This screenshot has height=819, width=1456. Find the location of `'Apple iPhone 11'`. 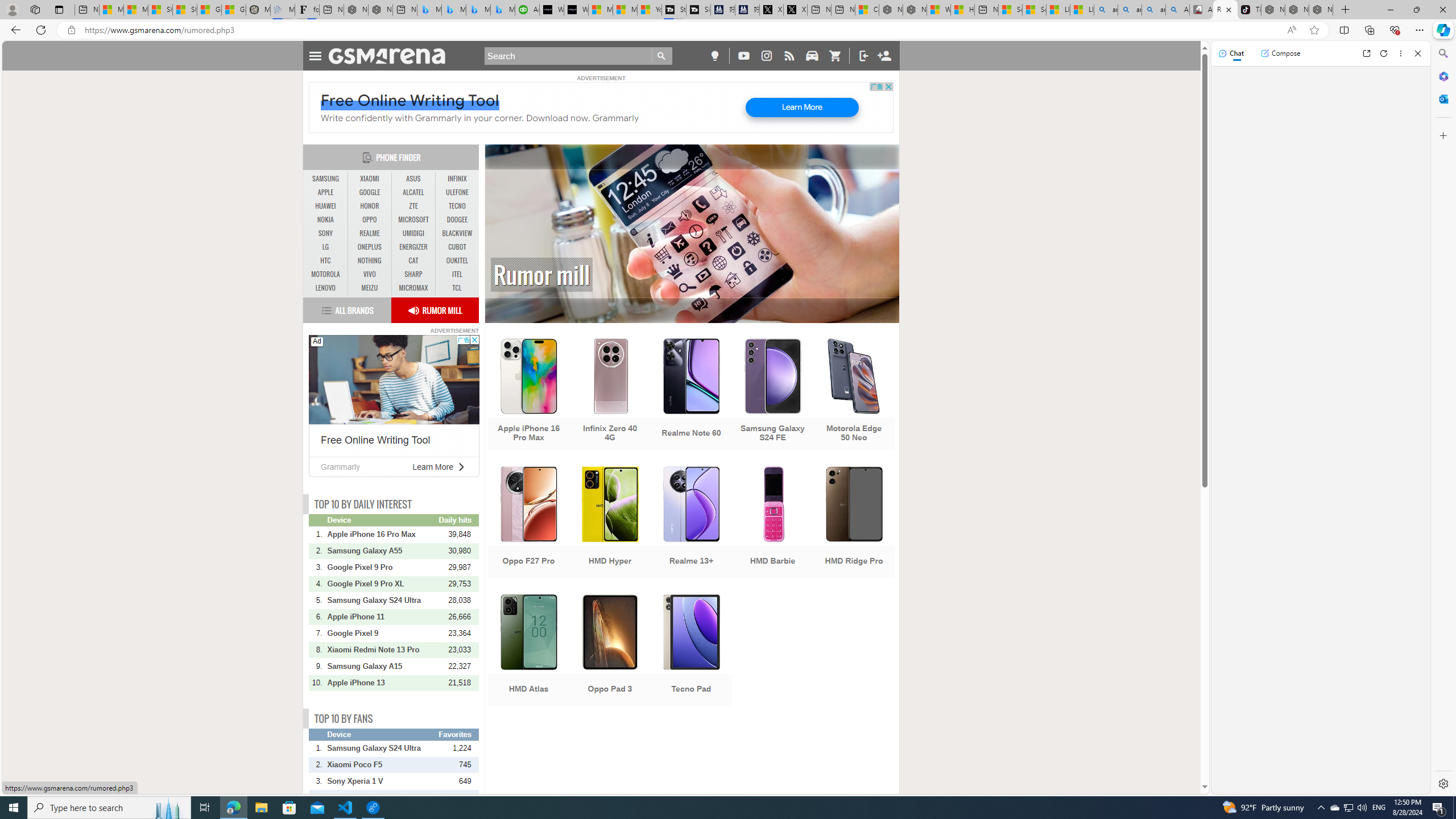

'Apple iPhone 11' is located at coordinates (382, 617).